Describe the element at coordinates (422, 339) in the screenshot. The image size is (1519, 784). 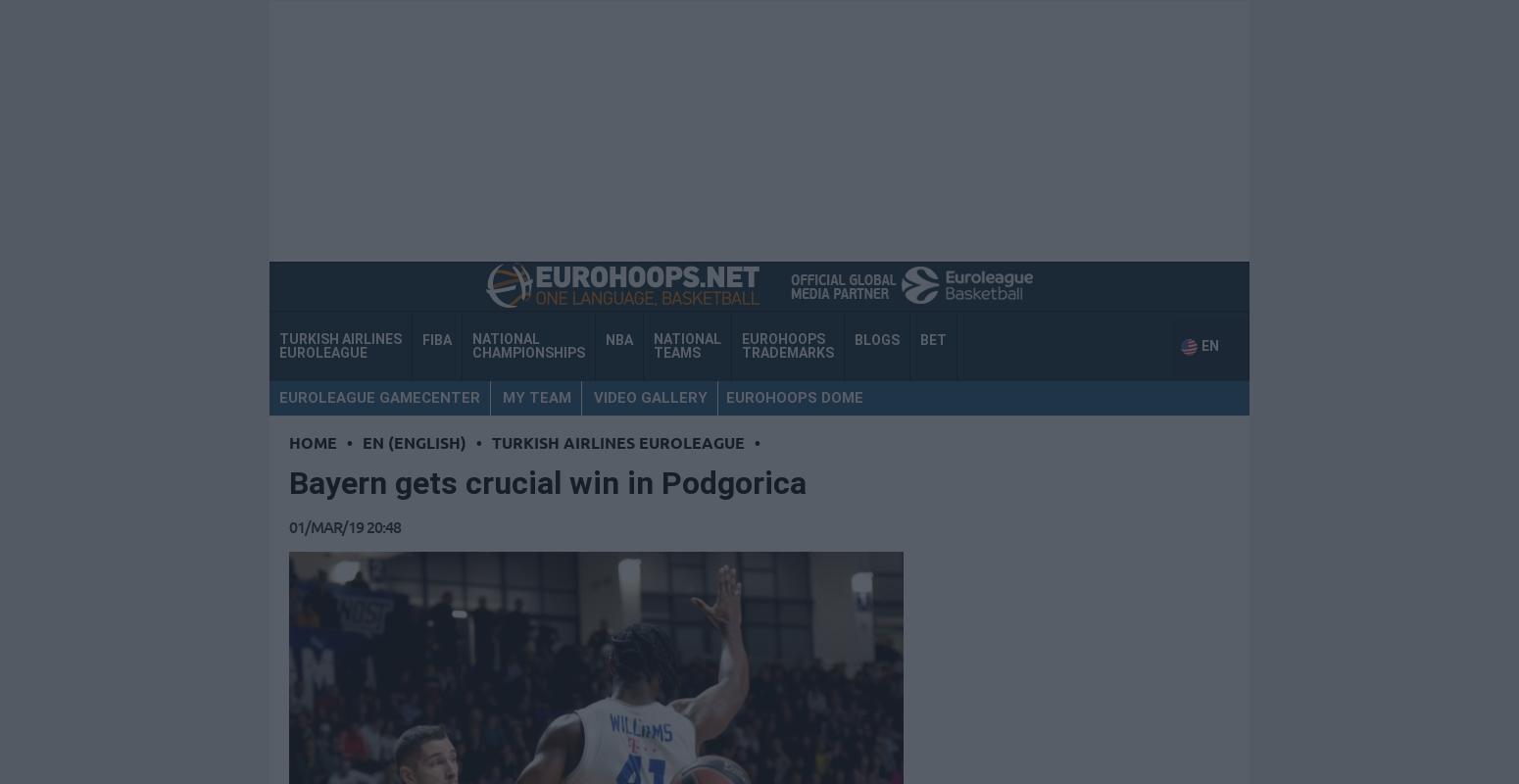
I see `'FIBA'` at that location.